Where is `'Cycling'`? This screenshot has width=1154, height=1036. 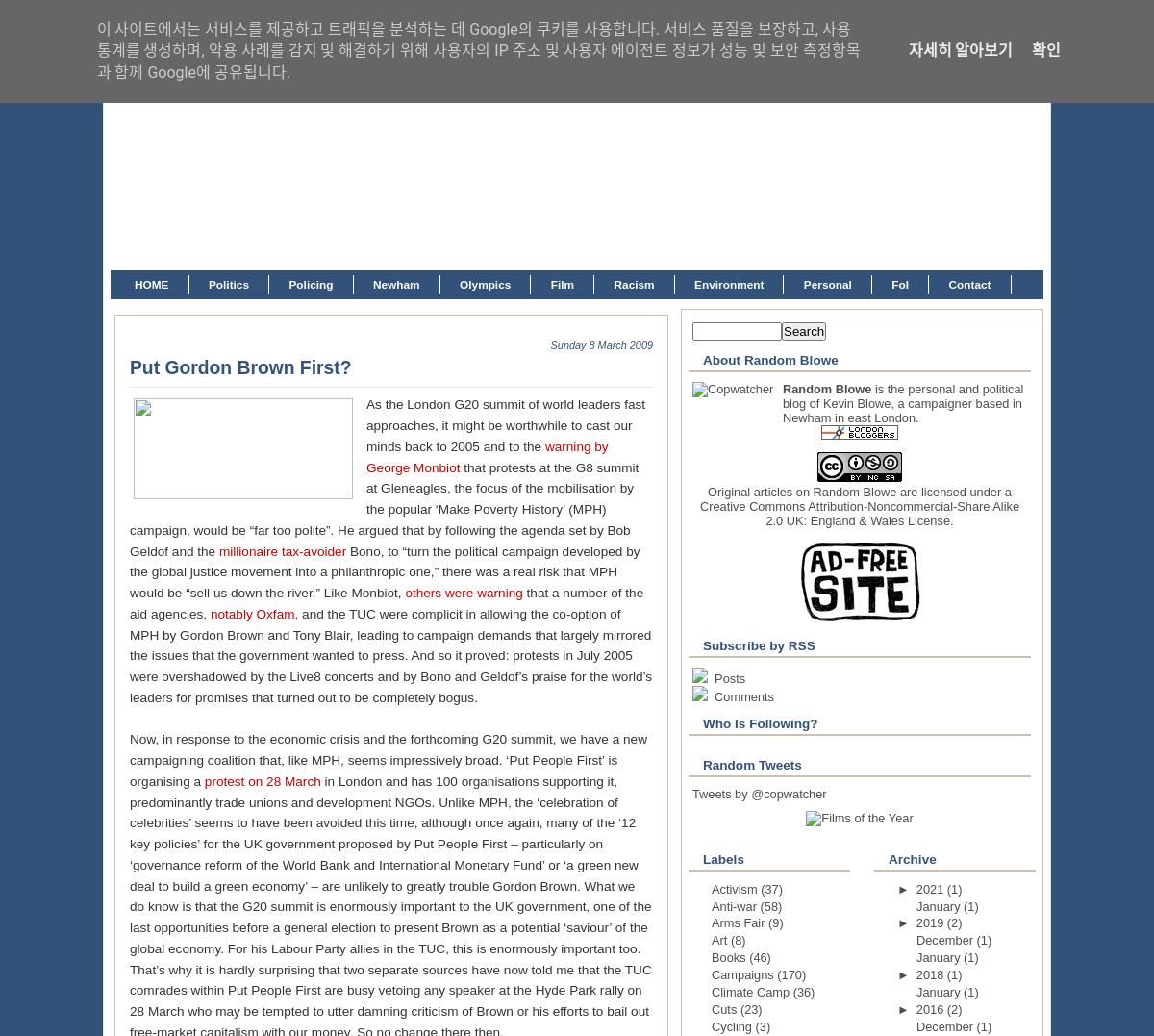 'Cycling' is located at coordinates (732, 1025).